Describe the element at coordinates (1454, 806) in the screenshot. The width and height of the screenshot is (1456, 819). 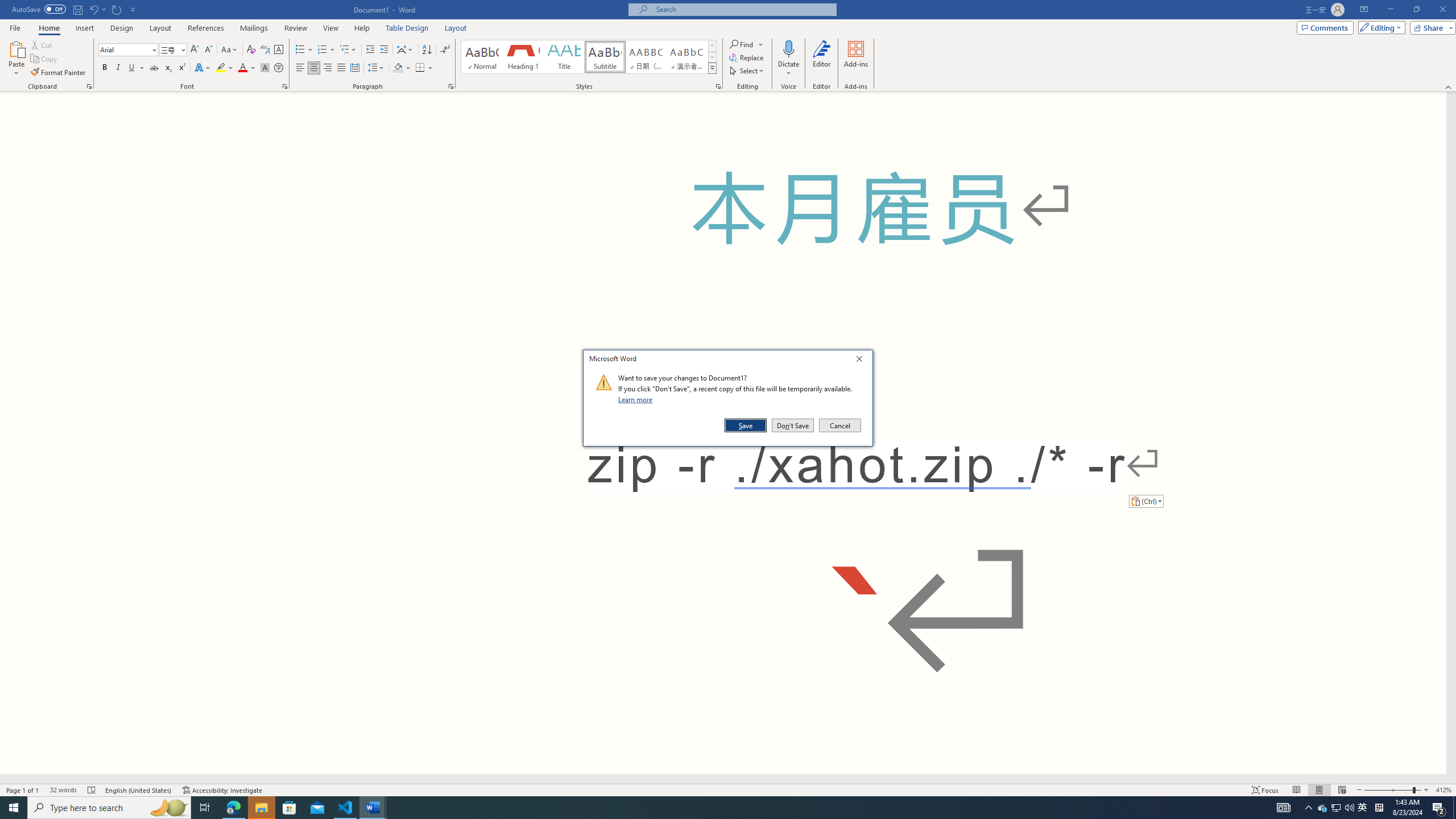
I see `'Show desktop'` at that location.